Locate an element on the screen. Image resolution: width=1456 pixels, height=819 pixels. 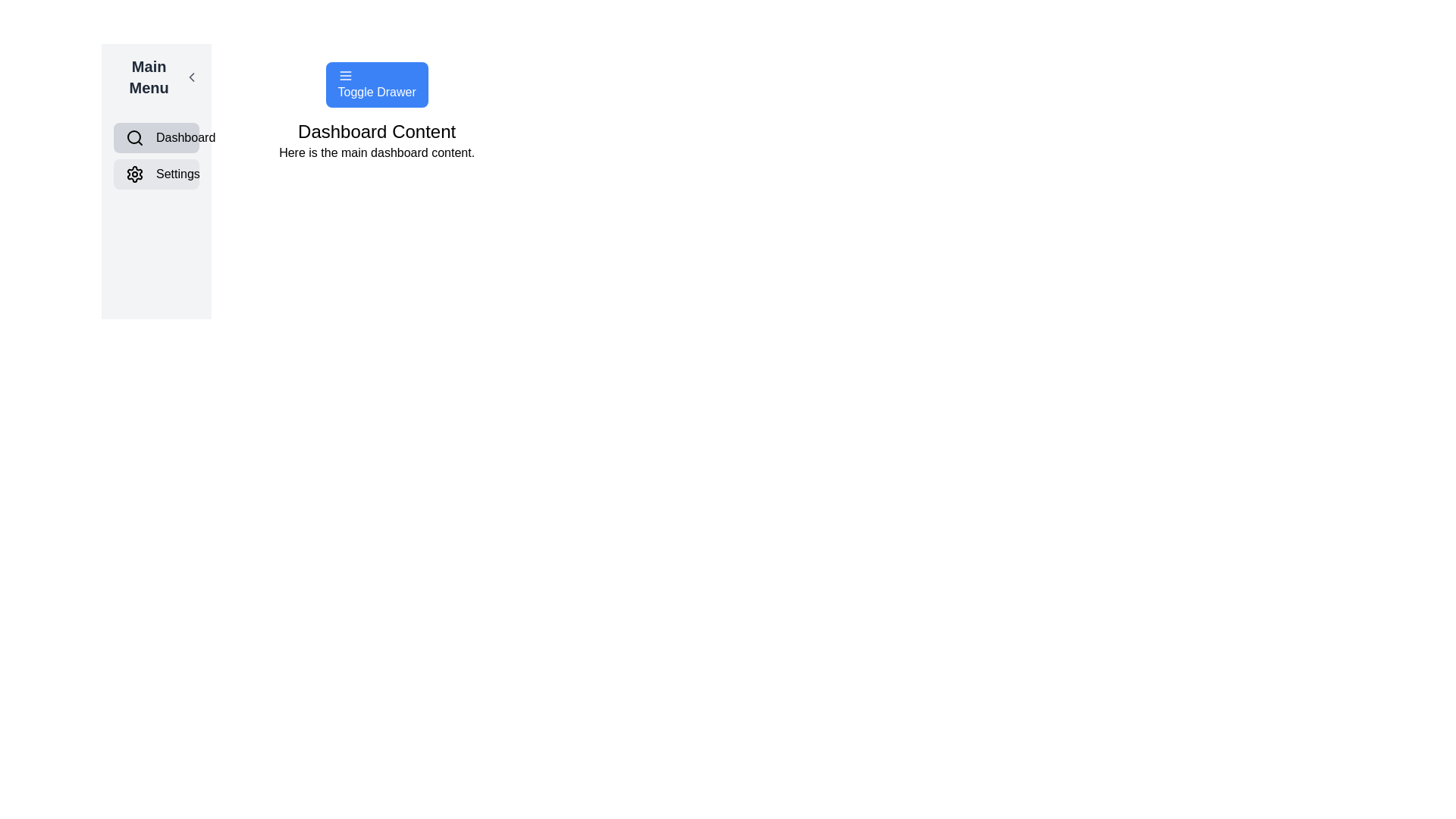
the left-facing chevron icon in the main menu sidebar, located directly below the 'Main Menu' title text is located at coordinates (191, 77).